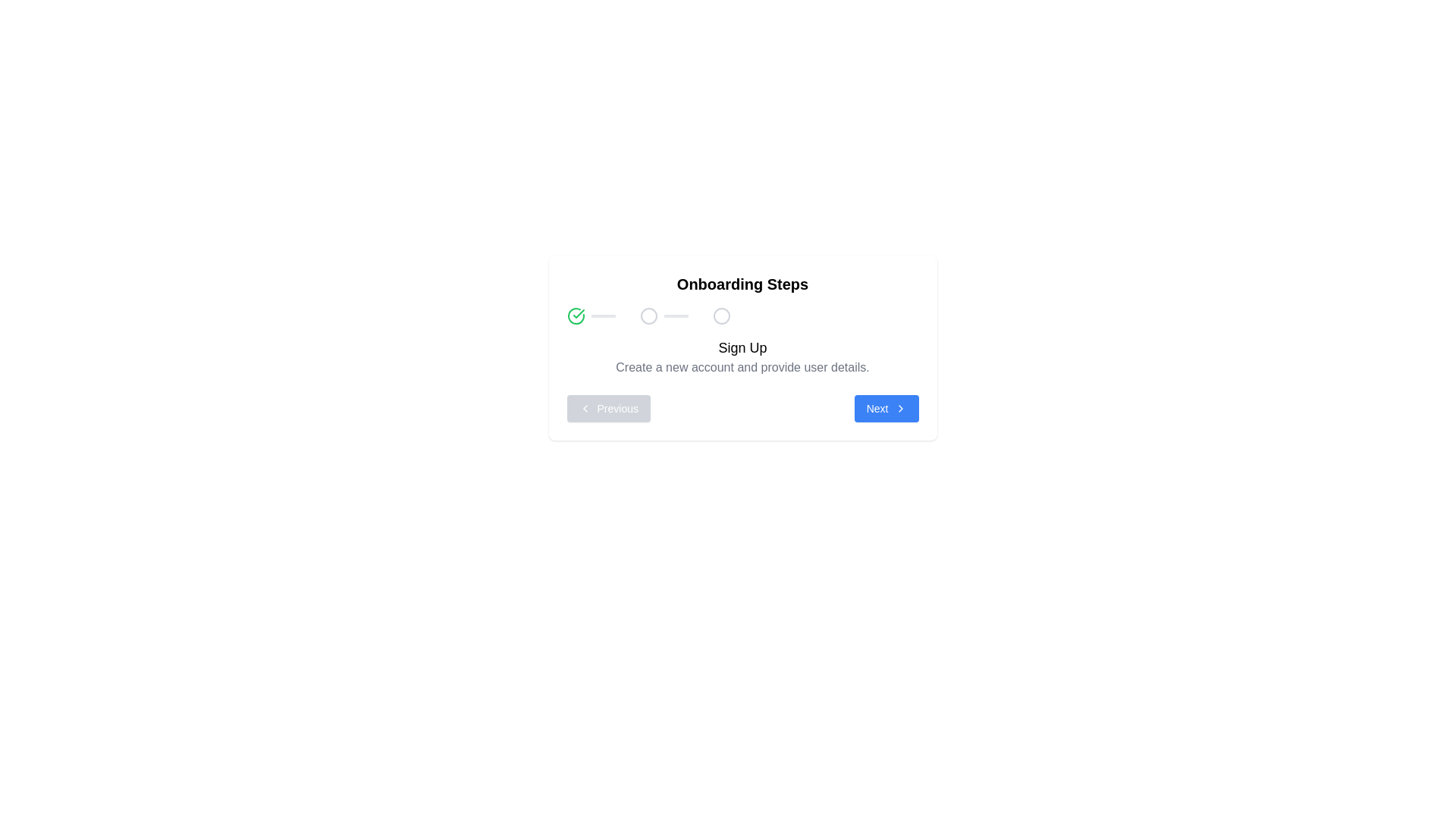 Image resolution: width=1456 pixels, height=819 pixels. What do you see at coordinates (900, 408) in the screenshot?
I see `the style of the chevron icon located at the far right of the blue rectangular button labeled 'Next' in the bottom-right corner of the onboarding card` at bounding box center [900, 408].